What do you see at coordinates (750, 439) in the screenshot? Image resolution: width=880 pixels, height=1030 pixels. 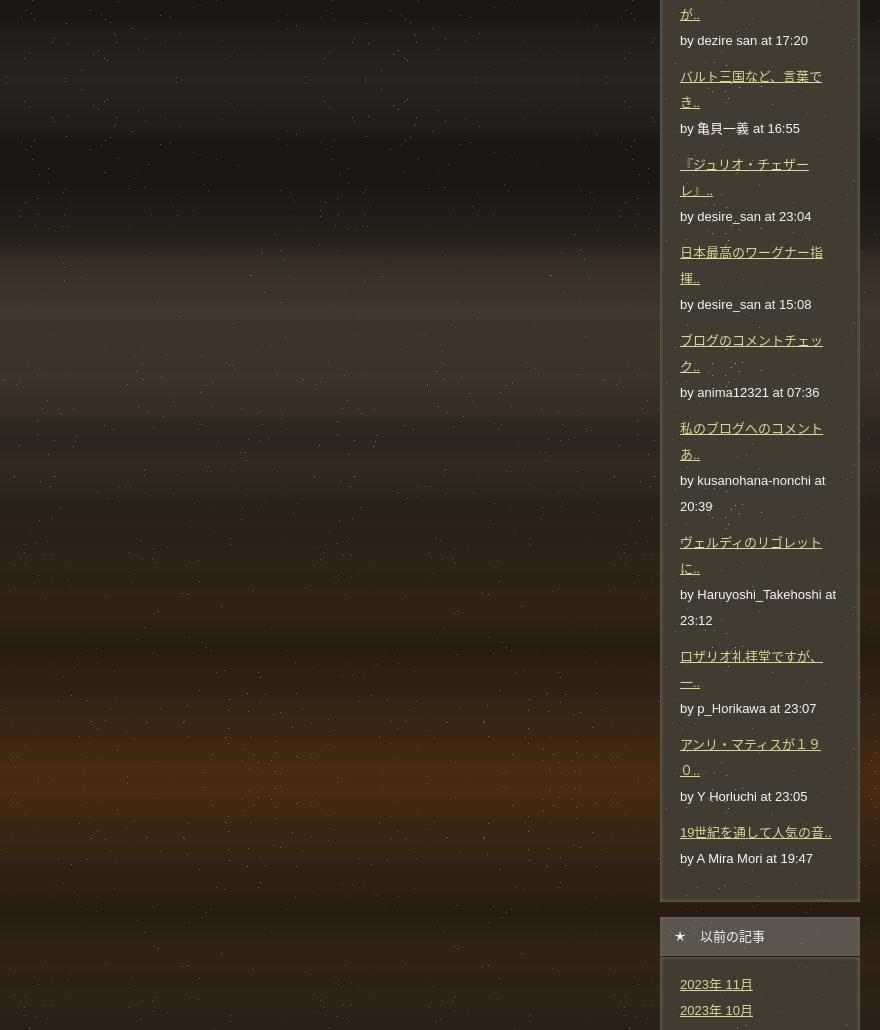 I see `'私のブログへのコメントあ..'` at bounding box center [750, 439].